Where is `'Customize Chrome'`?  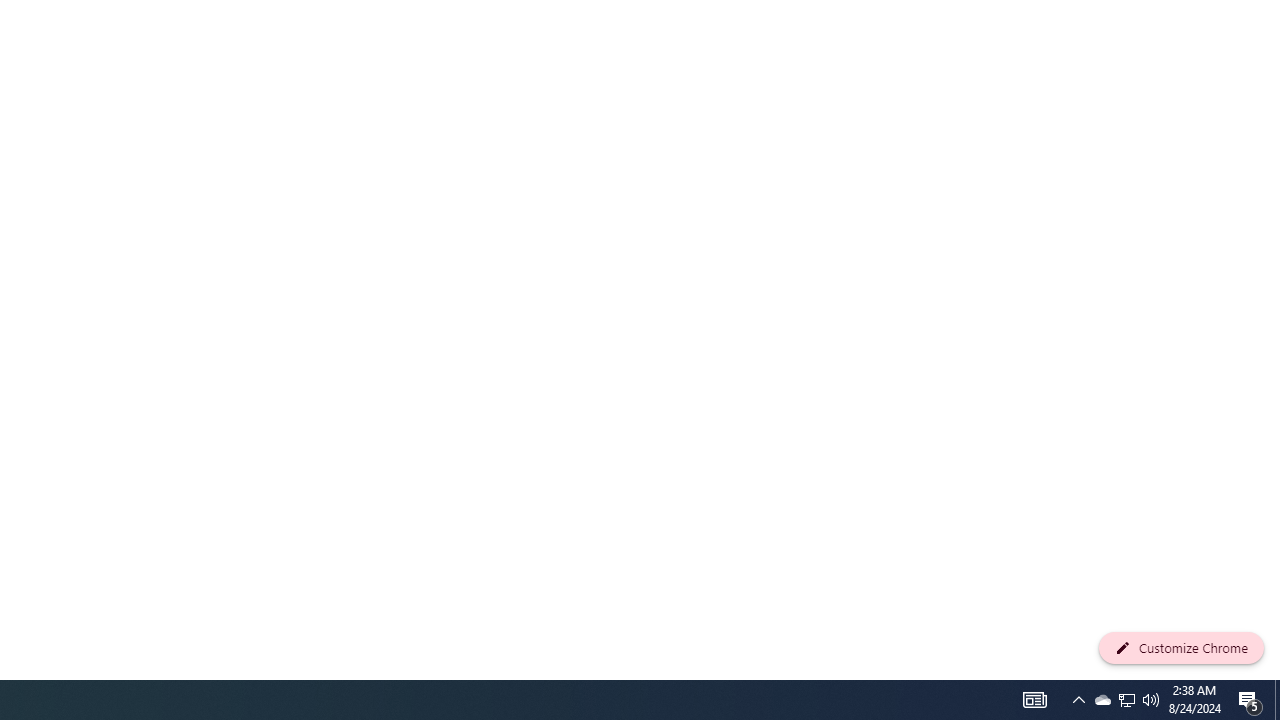
'Customize Chrome' is located at coordinates (1181, 648).